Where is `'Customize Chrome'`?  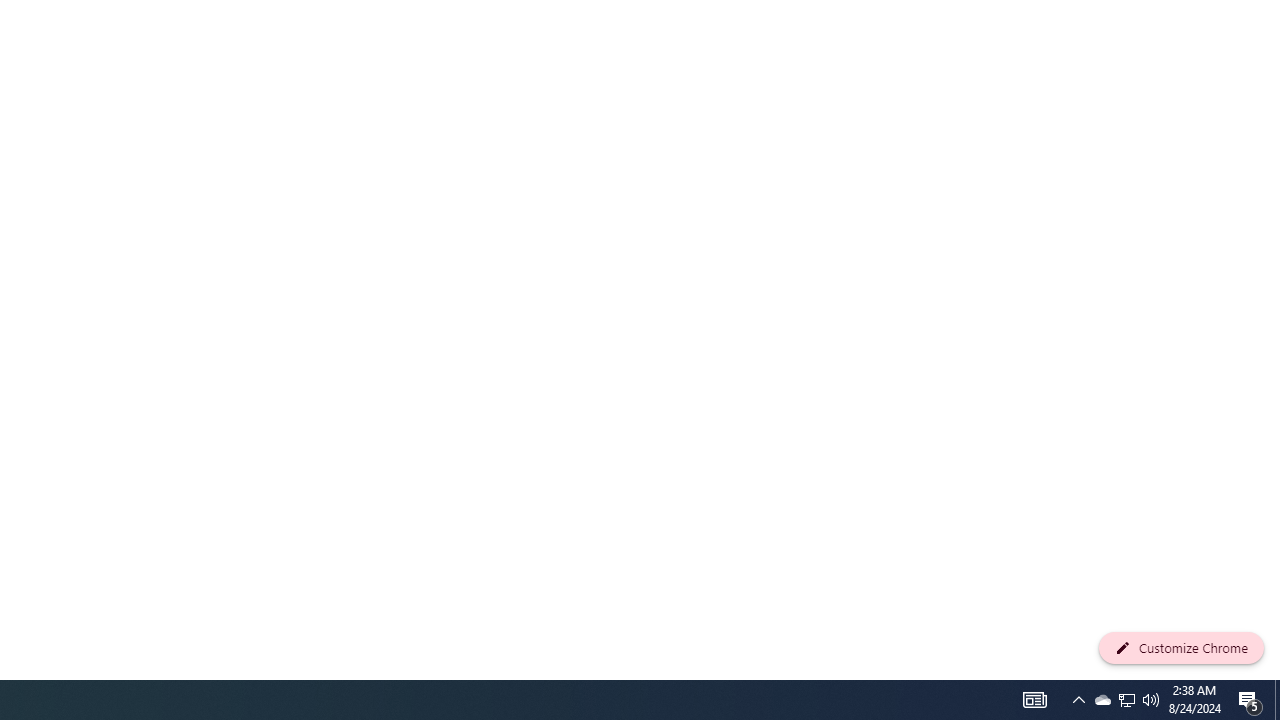
'Customize Chrome' is located at coordinates (1181, 648).